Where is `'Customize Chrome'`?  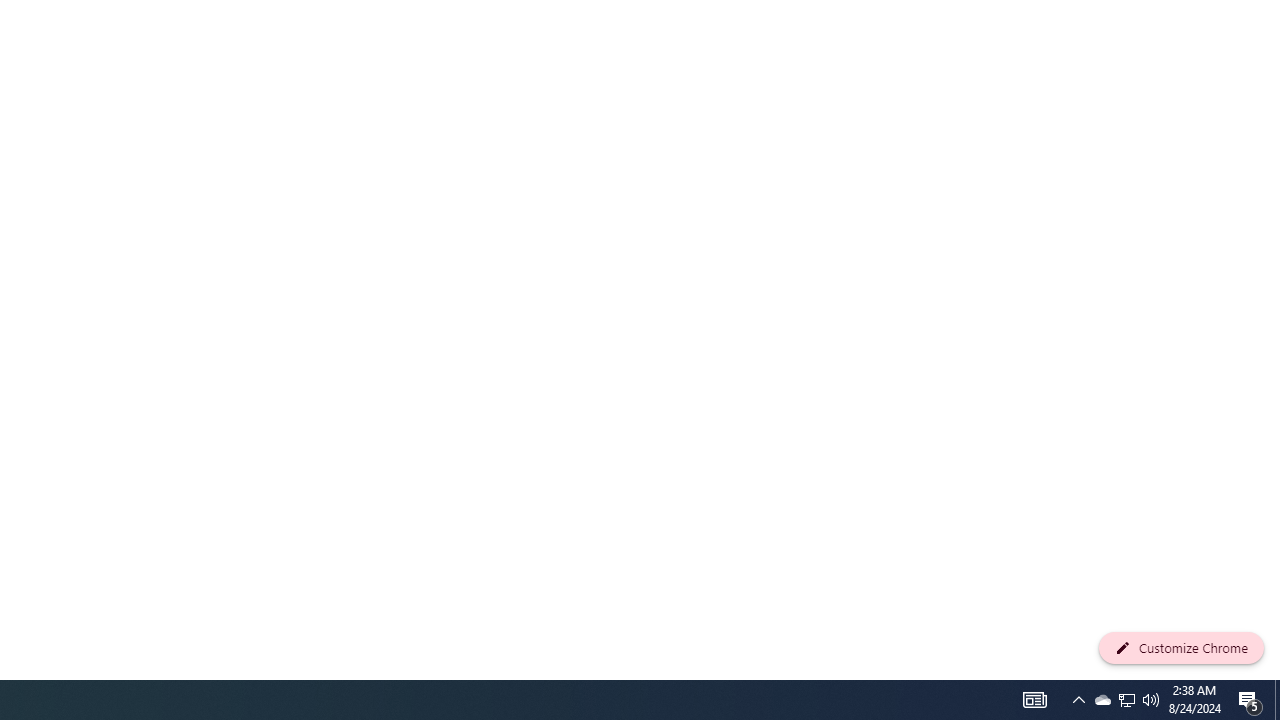
'Customize Chrome' is located at coordinates (1181, 648).